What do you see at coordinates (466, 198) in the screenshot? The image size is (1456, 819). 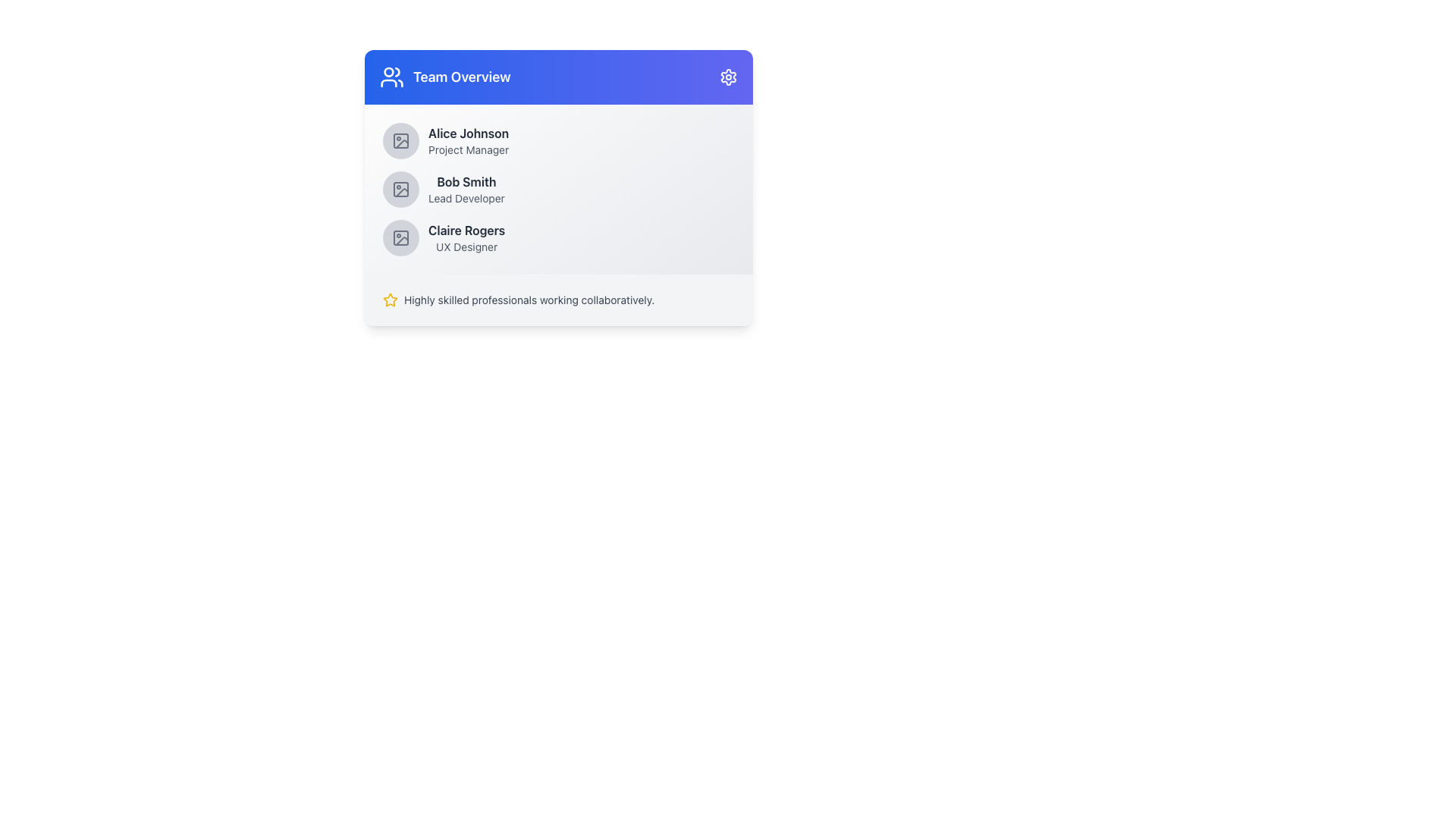 I see `the text label reading 'Lead Developer', which is styled in a smaller, gray font and positioned below 'Bob Smith' in the main content area` at bounding box center [466, 198].